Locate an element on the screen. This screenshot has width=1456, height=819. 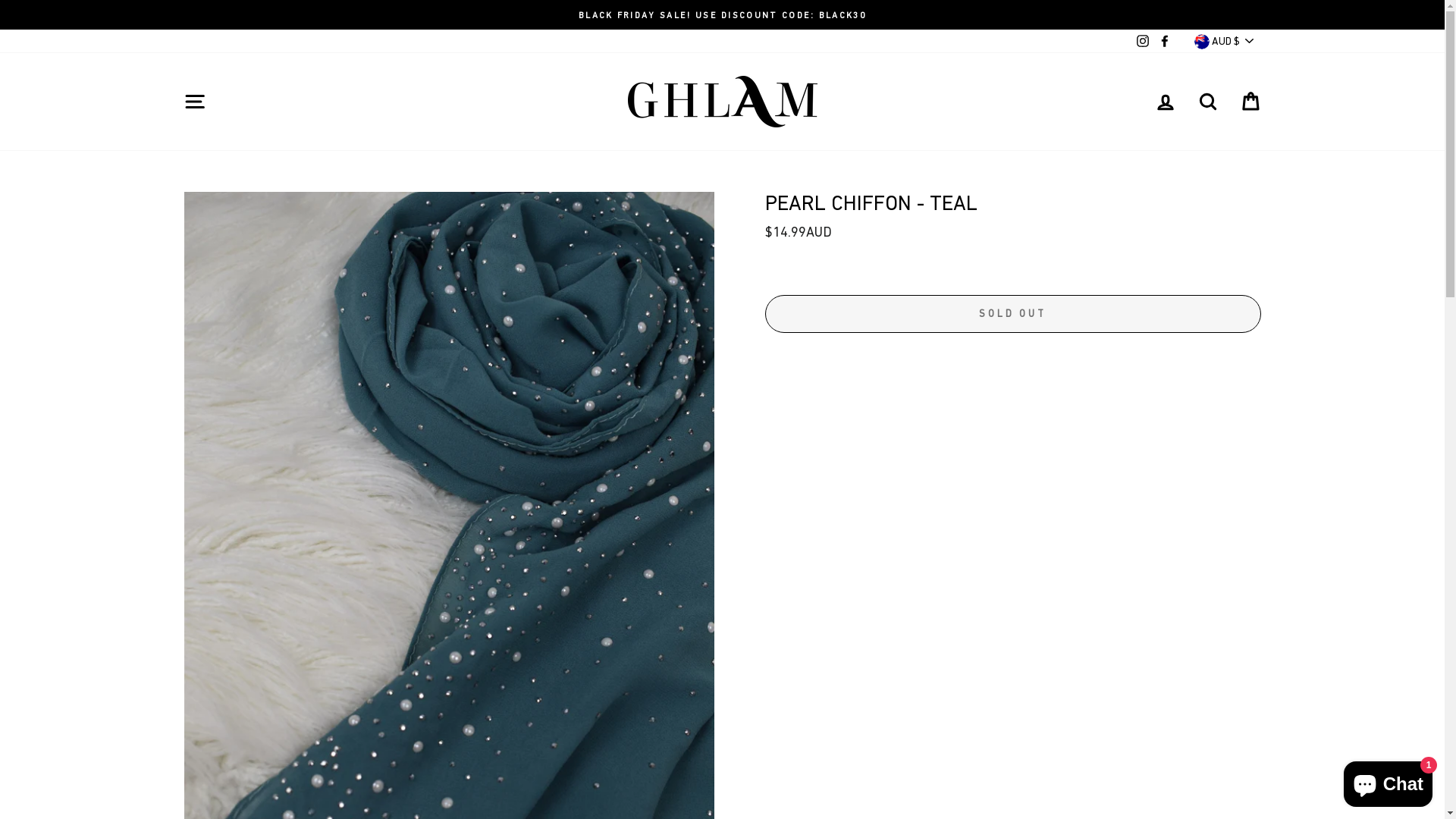
'AUD $' is located at coordinates (1224, 40).